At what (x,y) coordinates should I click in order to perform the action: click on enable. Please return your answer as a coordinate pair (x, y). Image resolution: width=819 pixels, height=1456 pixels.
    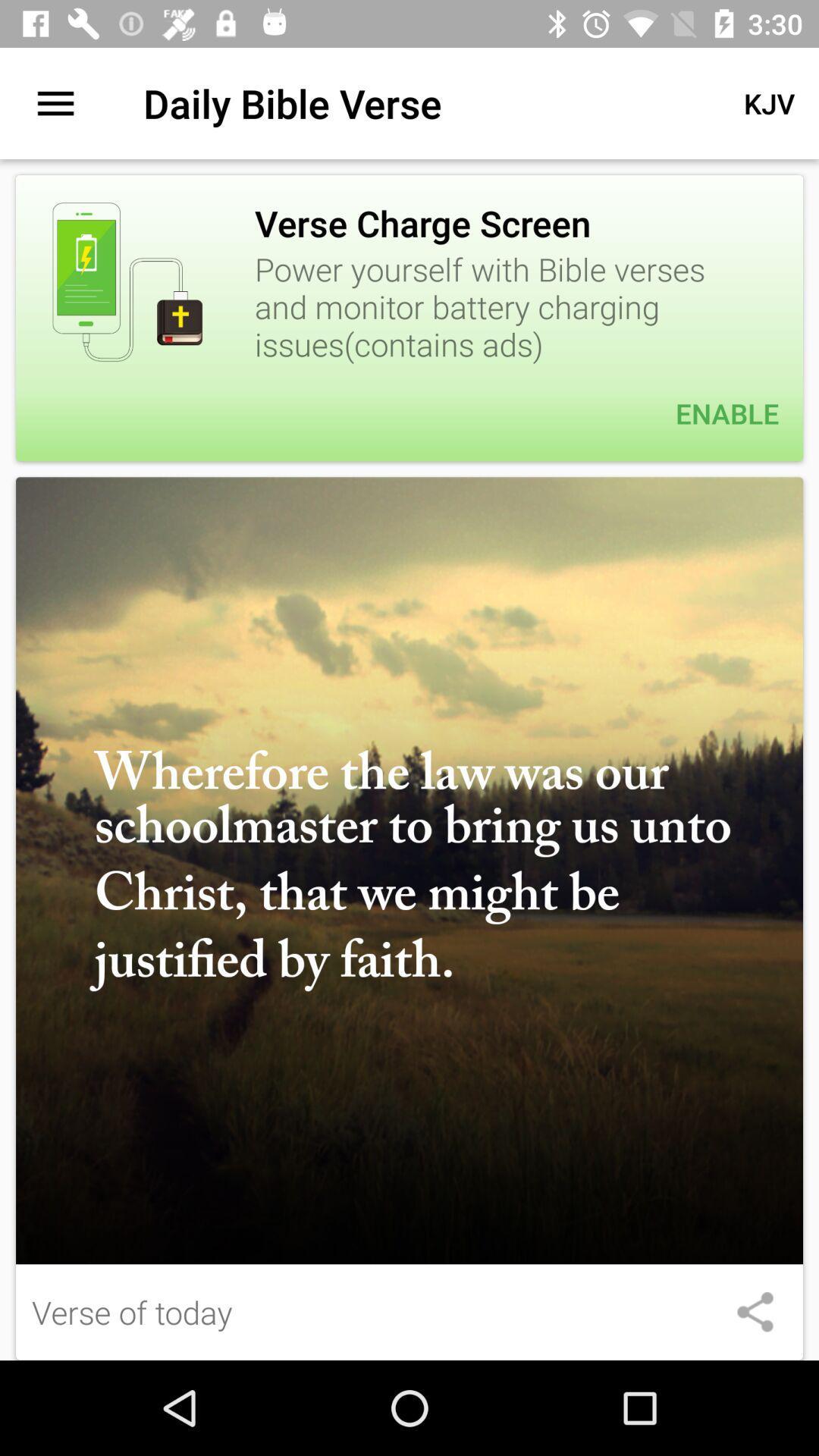
    Looking at the image, I should click on (409, 413).